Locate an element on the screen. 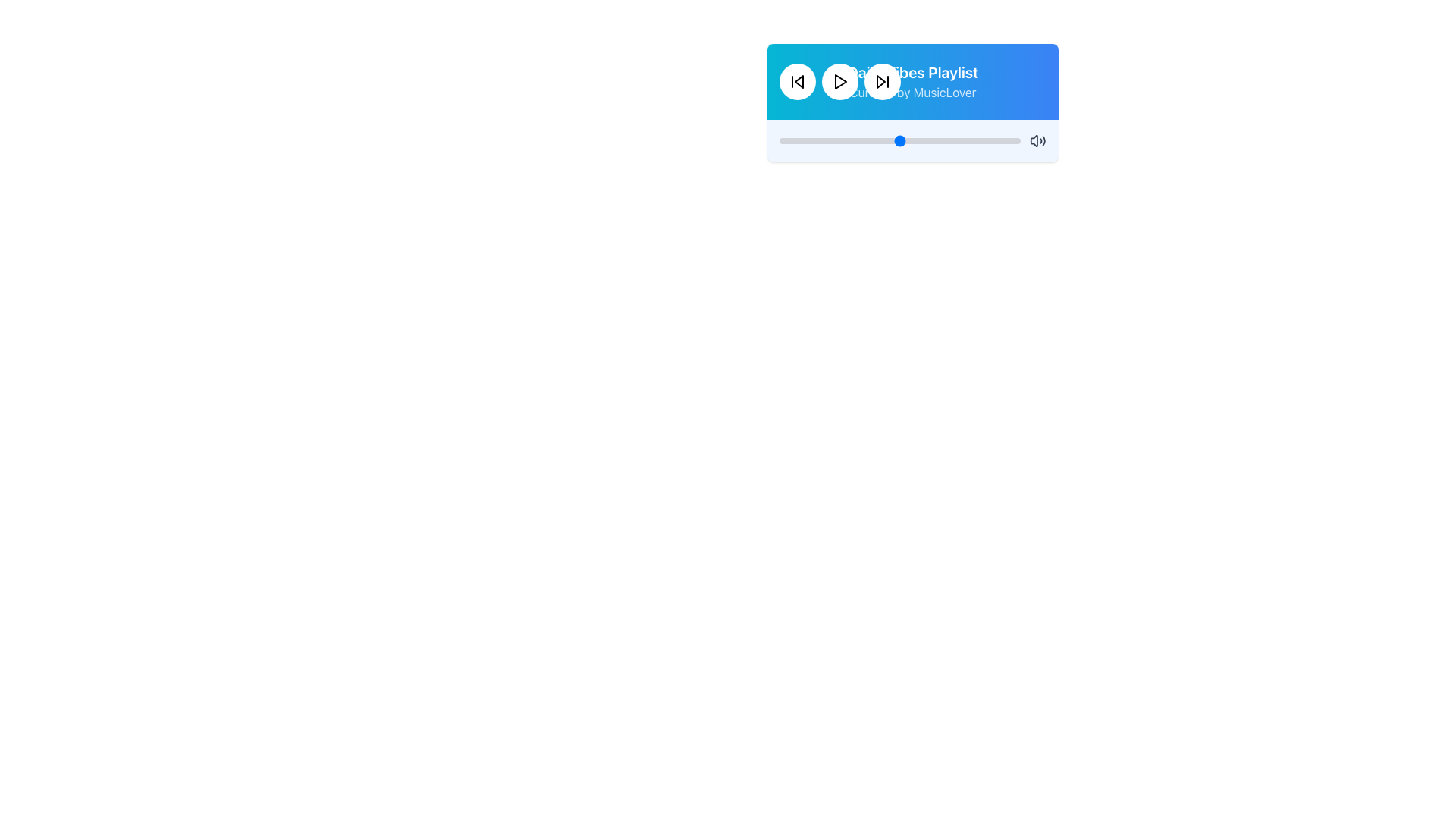  the speaker icon in the bottom right section of the audio control bar to interact or trigger a related function is located at coordinates (1033, 140).